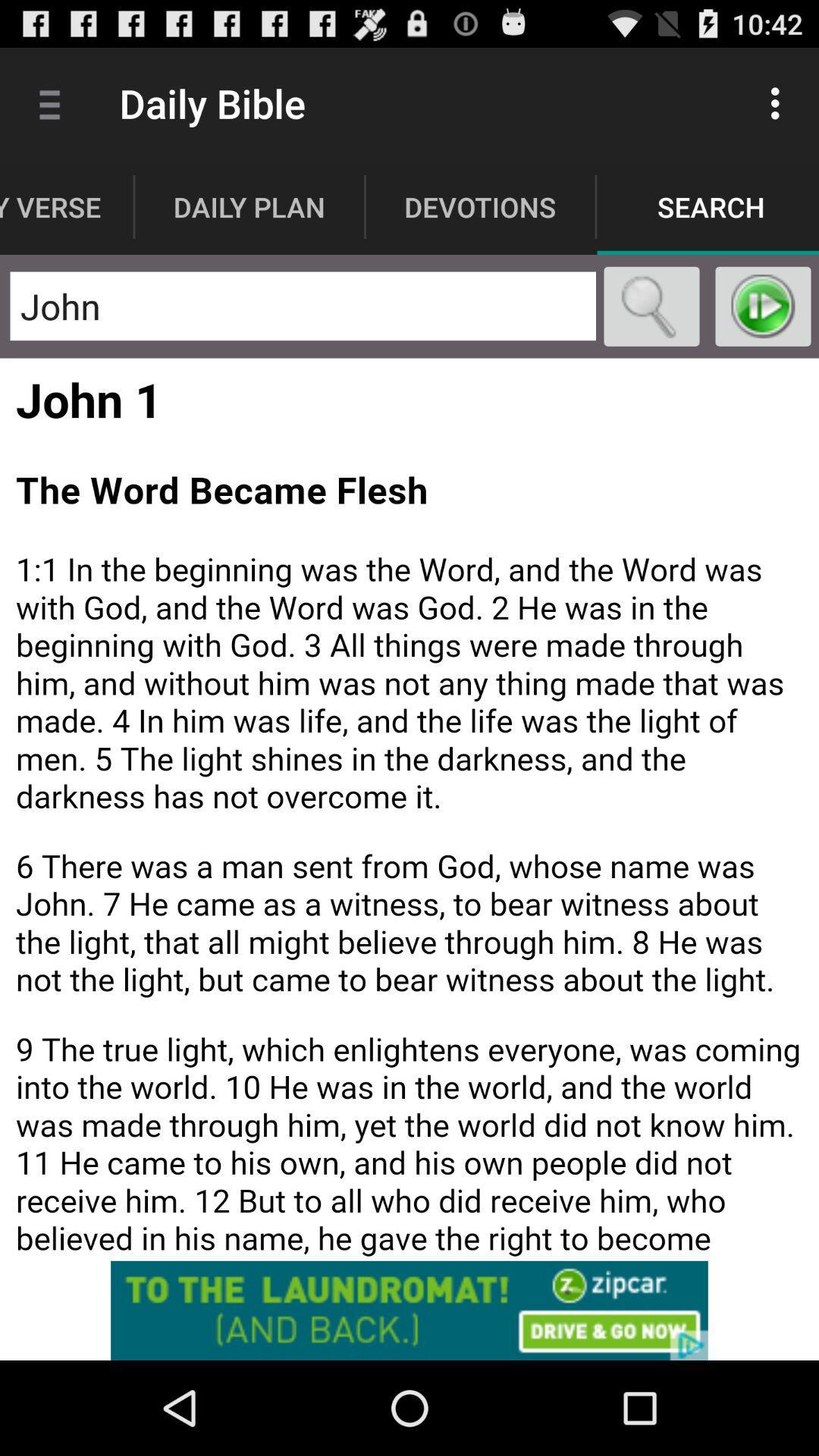  I want to click on the play icon, so click(763, 327).